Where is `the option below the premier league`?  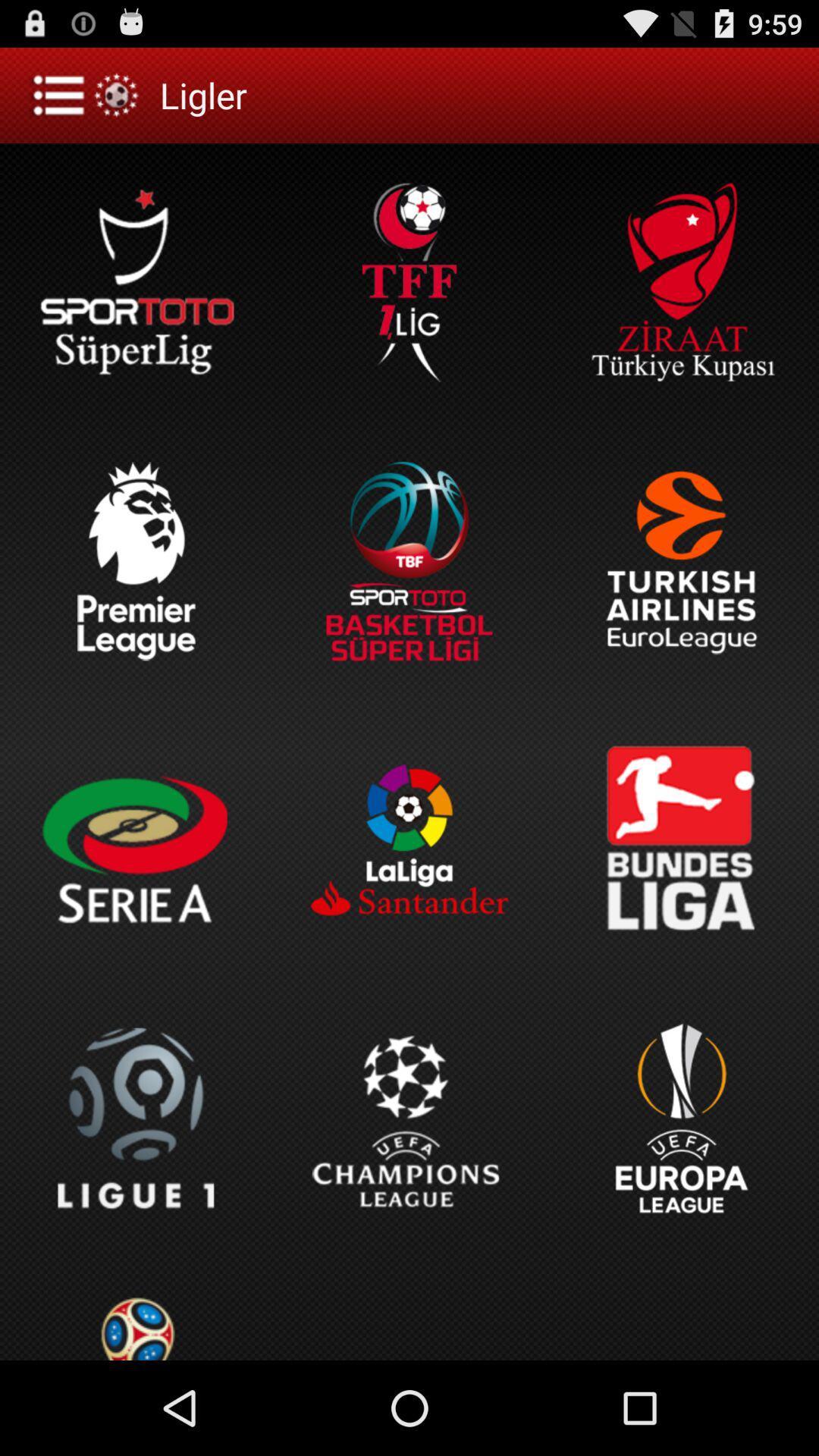
the option below the premier league is located at coordinates (136, 839).